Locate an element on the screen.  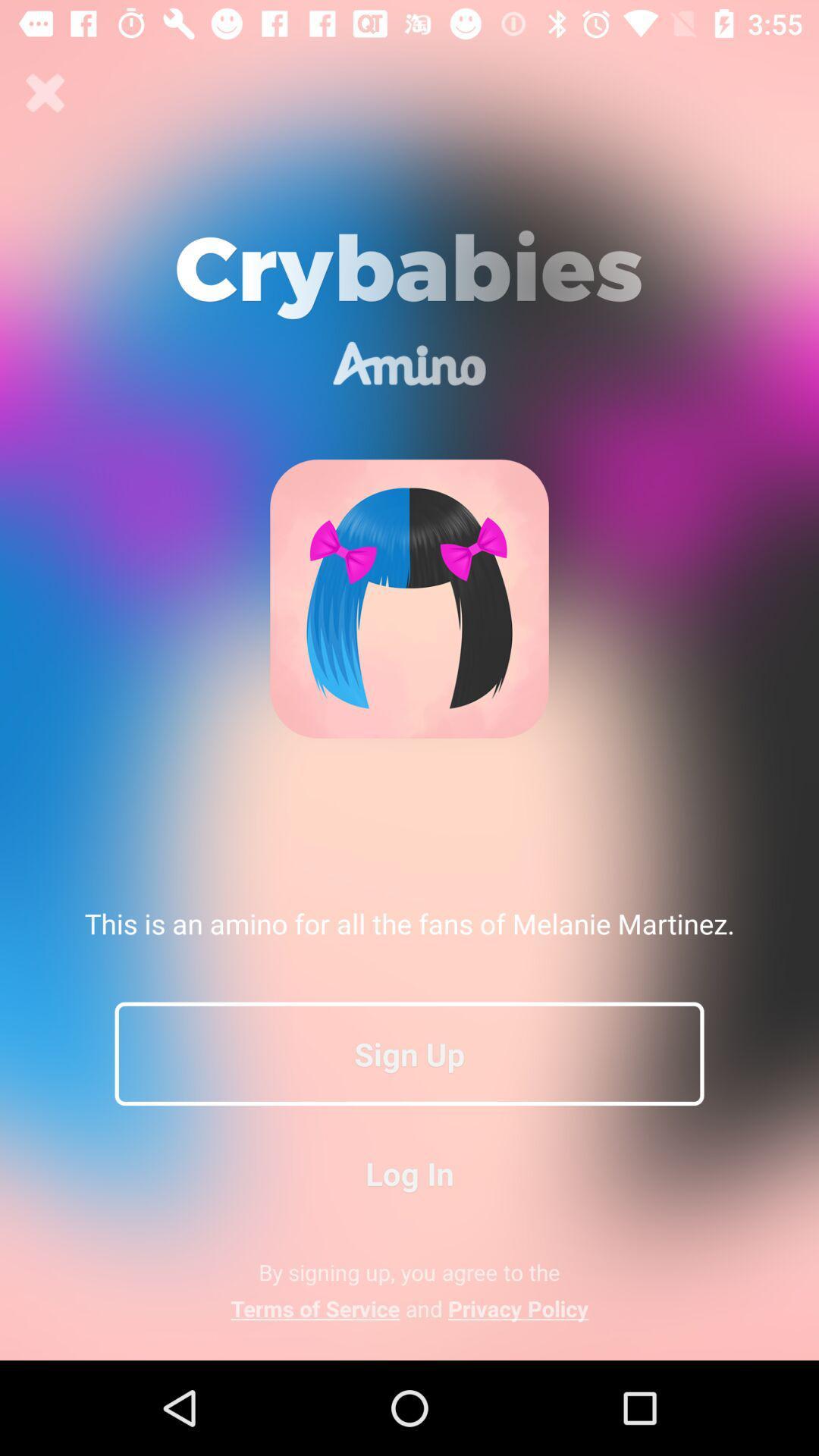
the terms of service icon is located at coordinates (409, 1307).